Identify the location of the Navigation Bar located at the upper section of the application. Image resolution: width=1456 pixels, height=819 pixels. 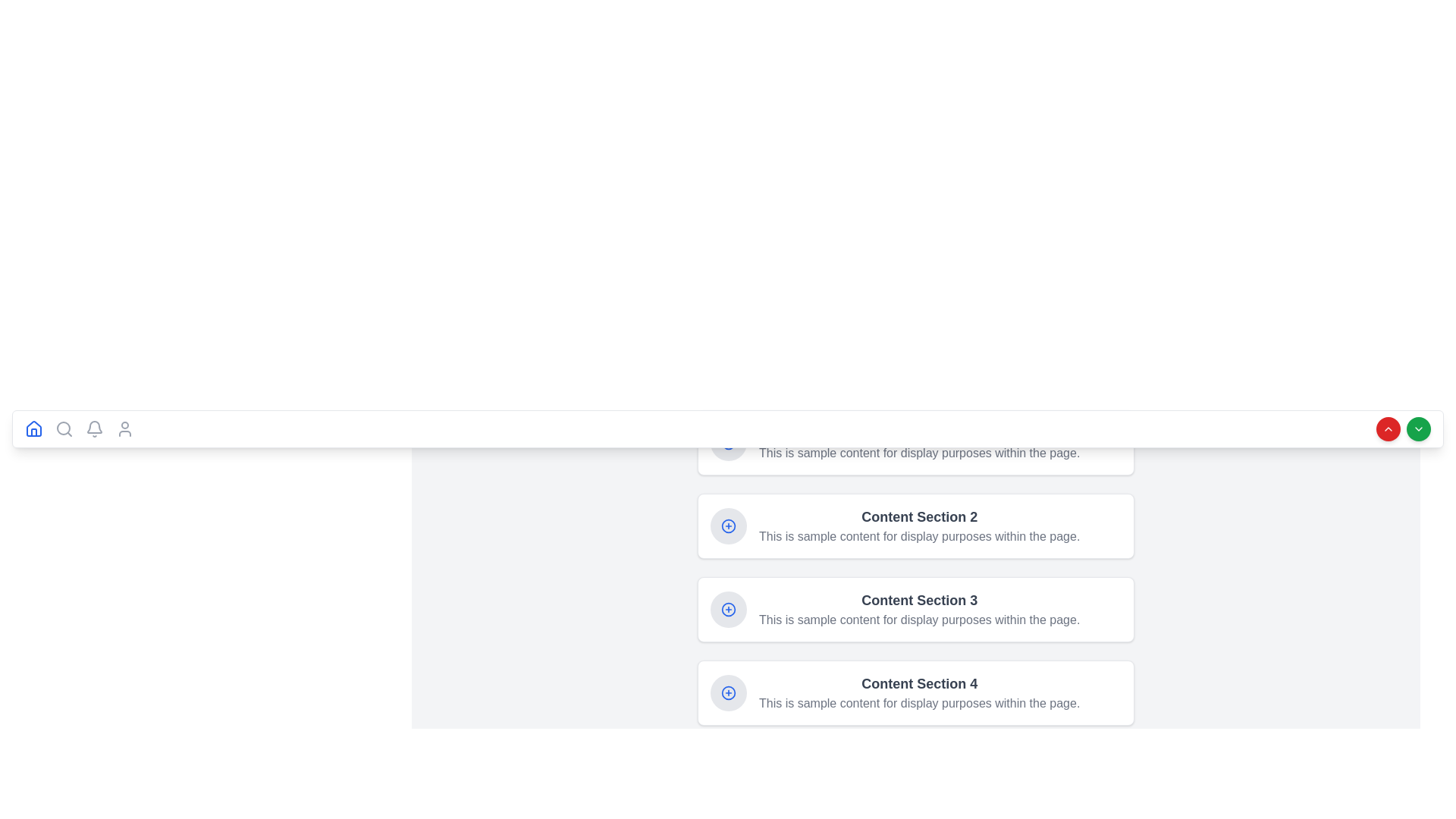
(728, 429).